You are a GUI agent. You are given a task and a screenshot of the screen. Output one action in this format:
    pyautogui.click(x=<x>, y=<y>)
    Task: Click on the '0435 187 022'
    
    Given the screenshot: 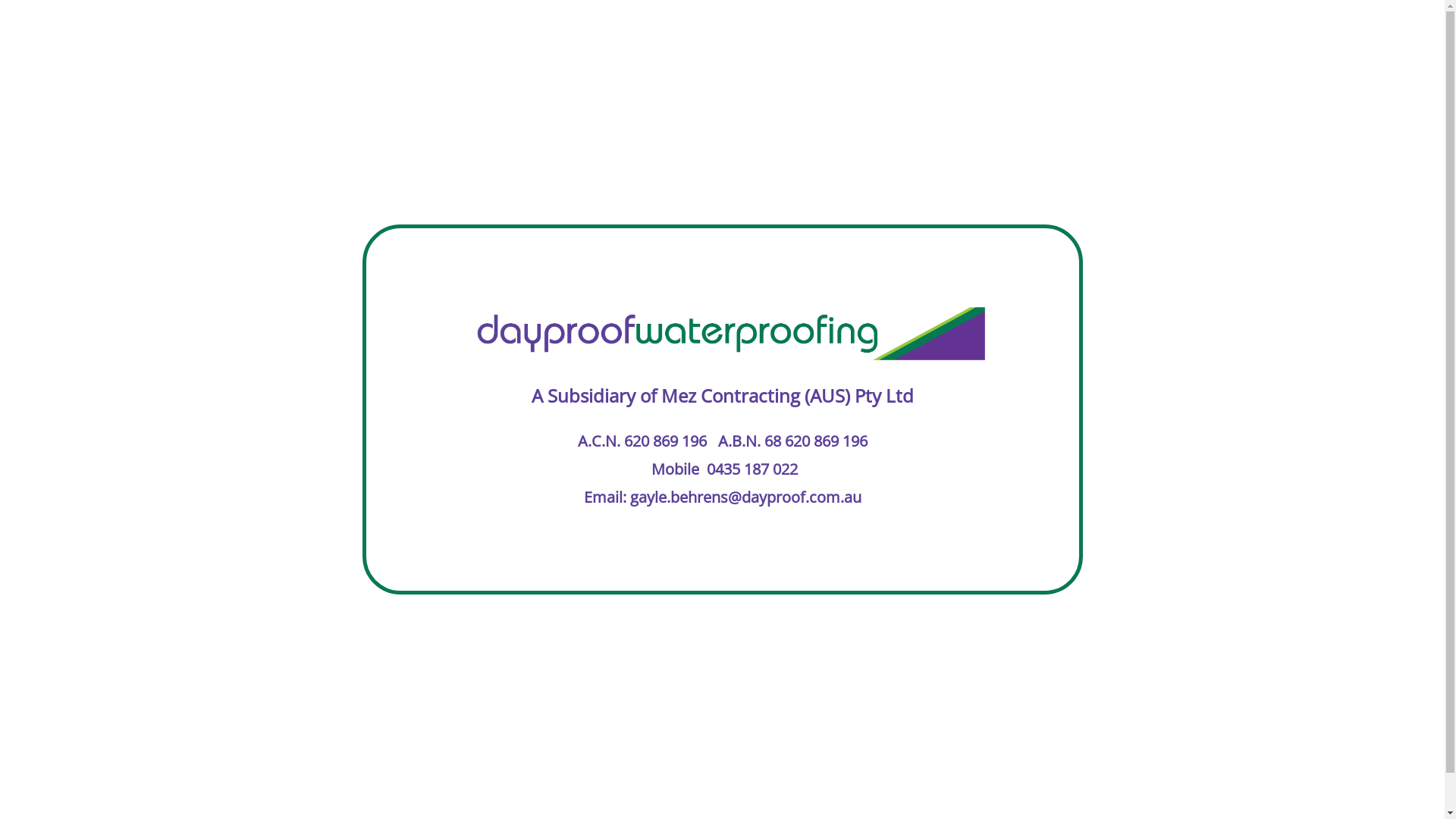 What is the action you would take?
    pyautogui.click(x=752, y=468)
    